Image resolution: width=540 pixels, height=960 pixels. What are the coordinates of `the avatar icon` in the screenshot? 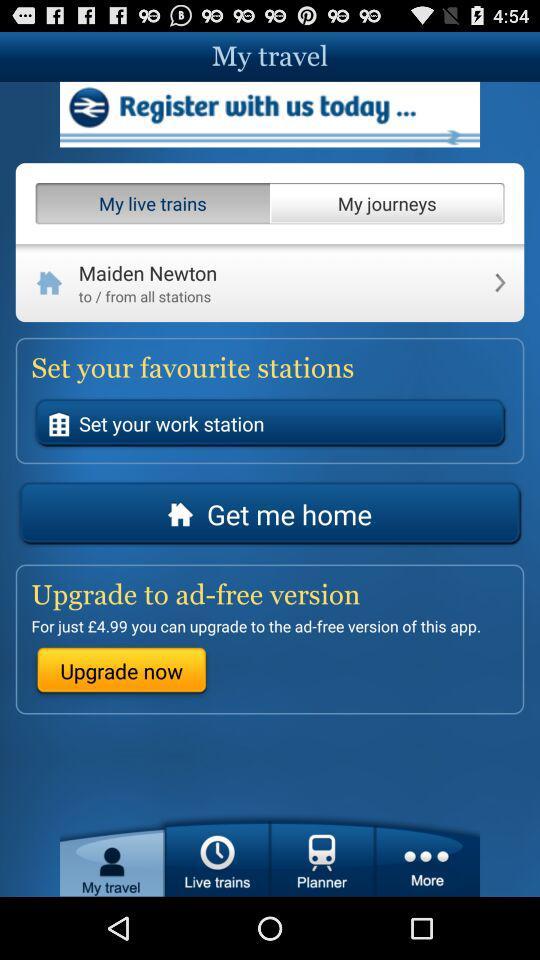 It's located at (112, 914).